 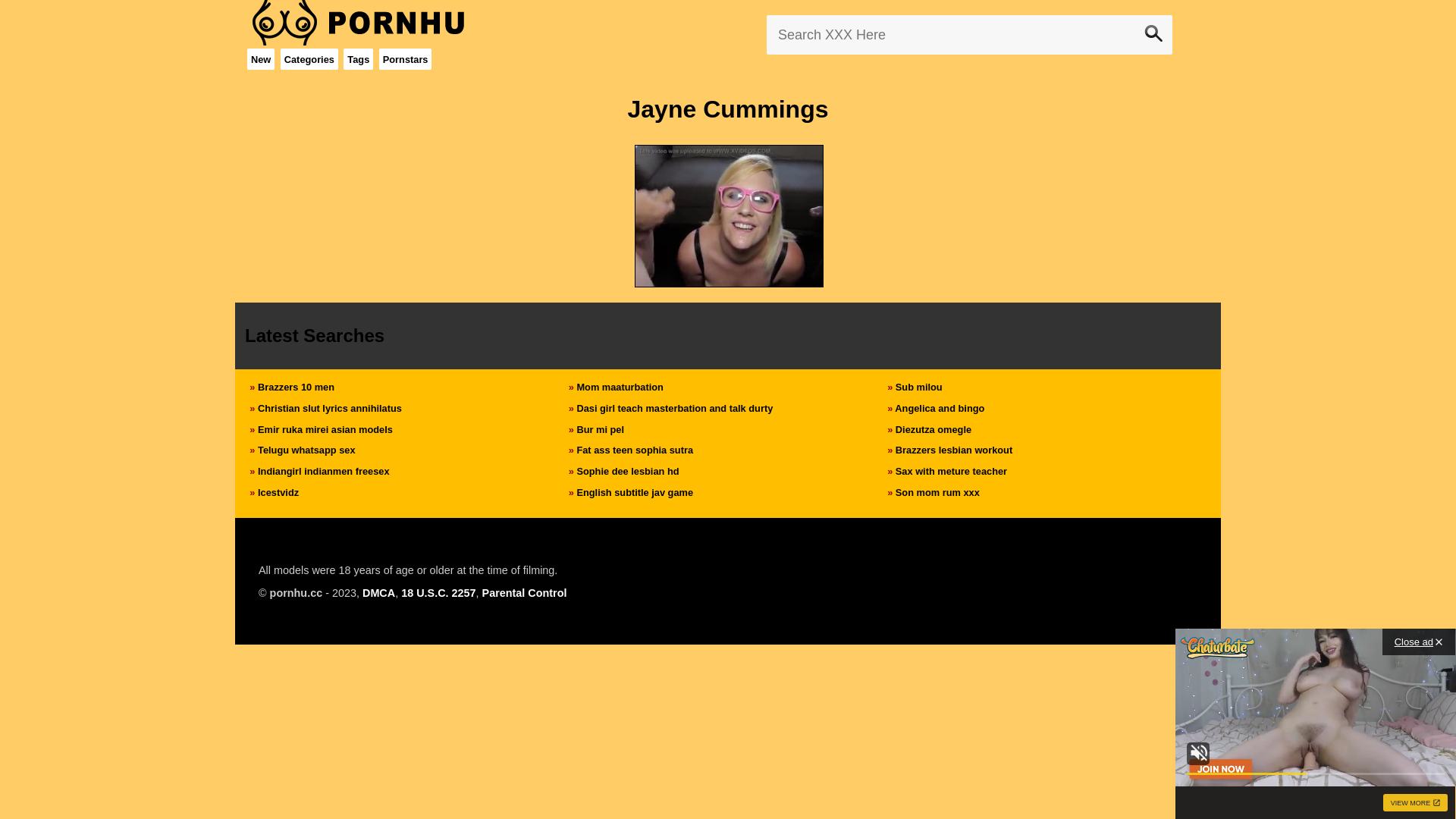 What do you see at coordinates (261, 58) in the screenshot?
I see `'New'` at bounding box center [261, 58].